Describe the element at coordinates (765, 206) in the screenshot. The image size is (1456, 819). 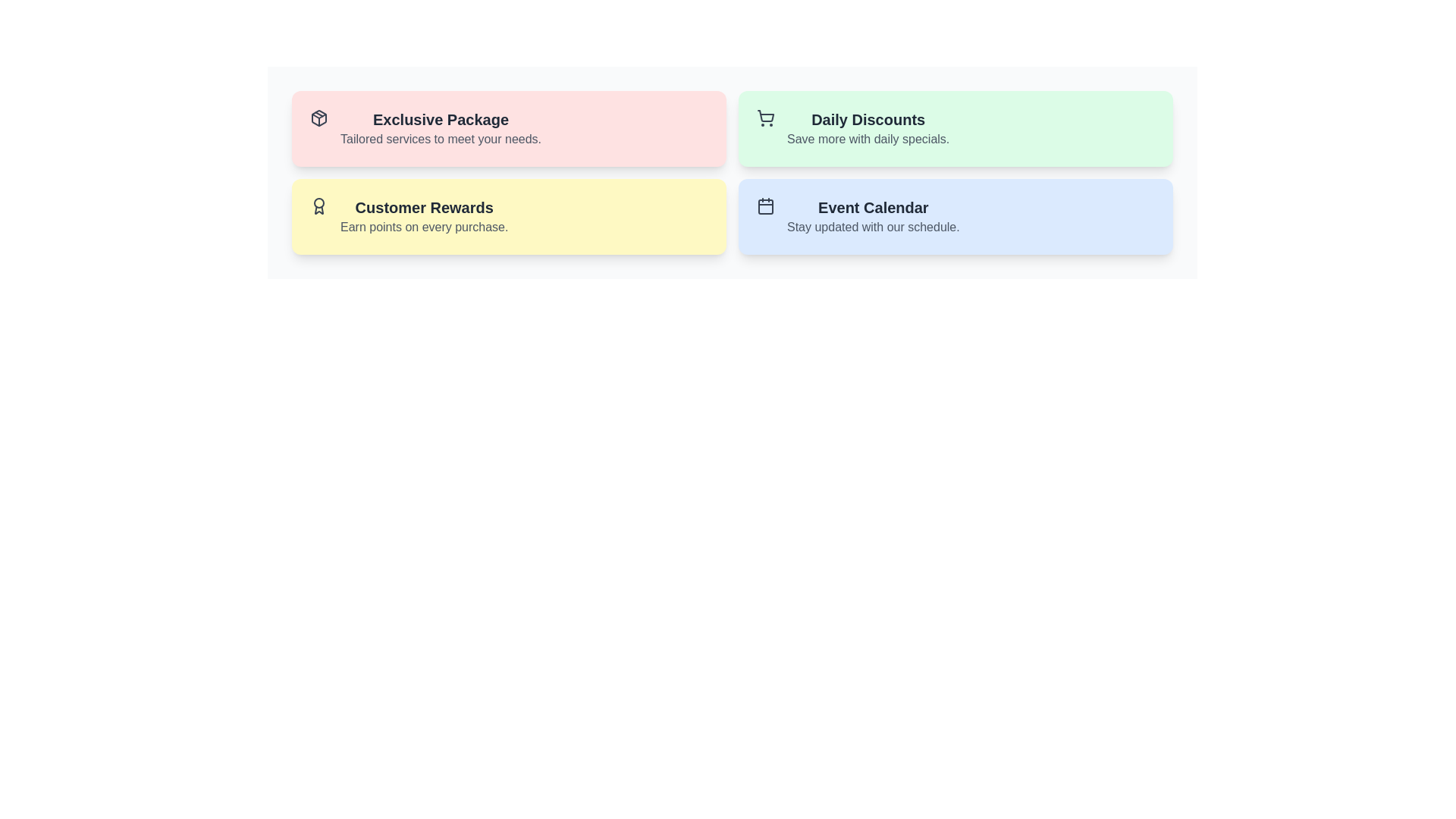
I see `the interactive icon representing the 'Event Calendar', located at the top left inside the blue card labeled 'Event Calendar'` at that location.